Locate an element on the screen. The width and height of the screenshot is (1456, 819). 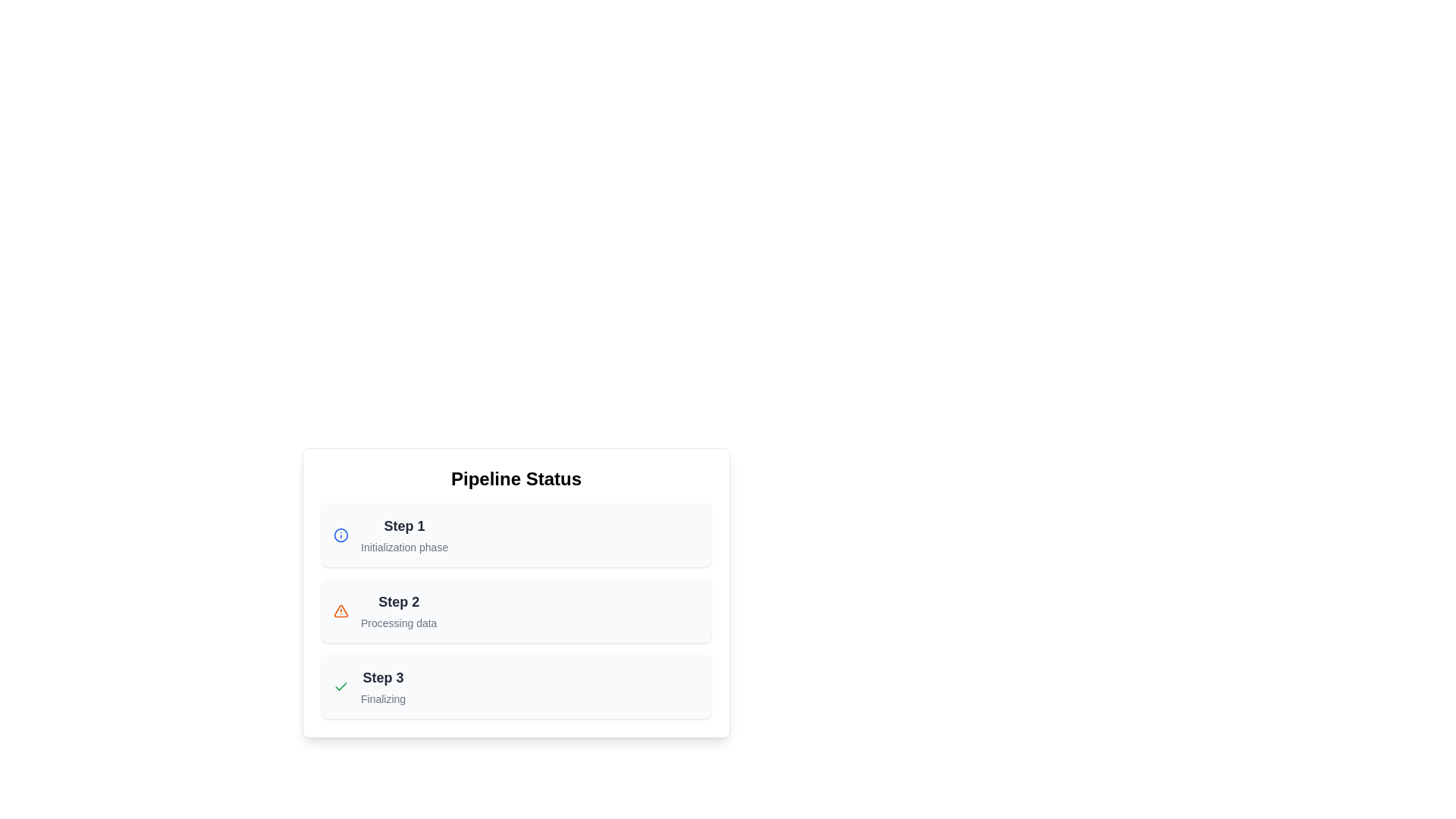
the informational block labeled 'Step 2' which has a light gray background and rounded edges is located at coordinates (516, 610).